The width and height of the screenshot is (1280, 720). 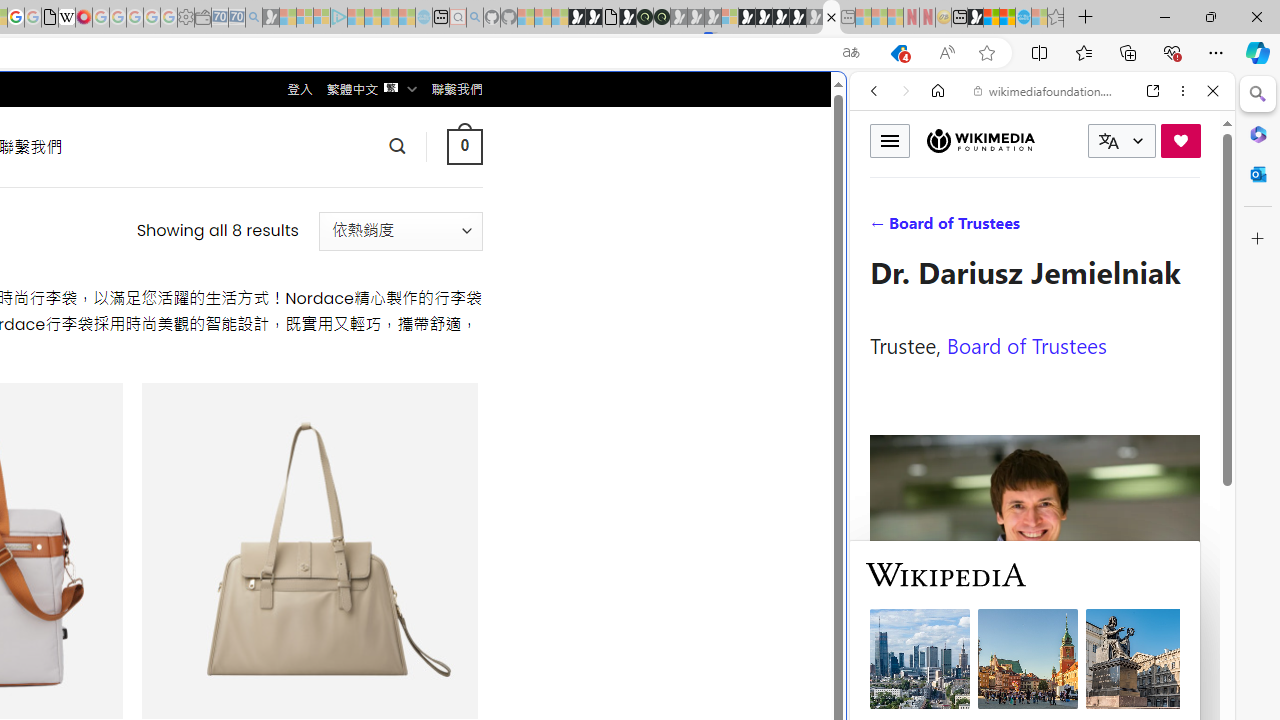 What do you see at coordinates (276, 265) in the screenshot?
I see `'Tabs you'` at bounding box center [276, 265].